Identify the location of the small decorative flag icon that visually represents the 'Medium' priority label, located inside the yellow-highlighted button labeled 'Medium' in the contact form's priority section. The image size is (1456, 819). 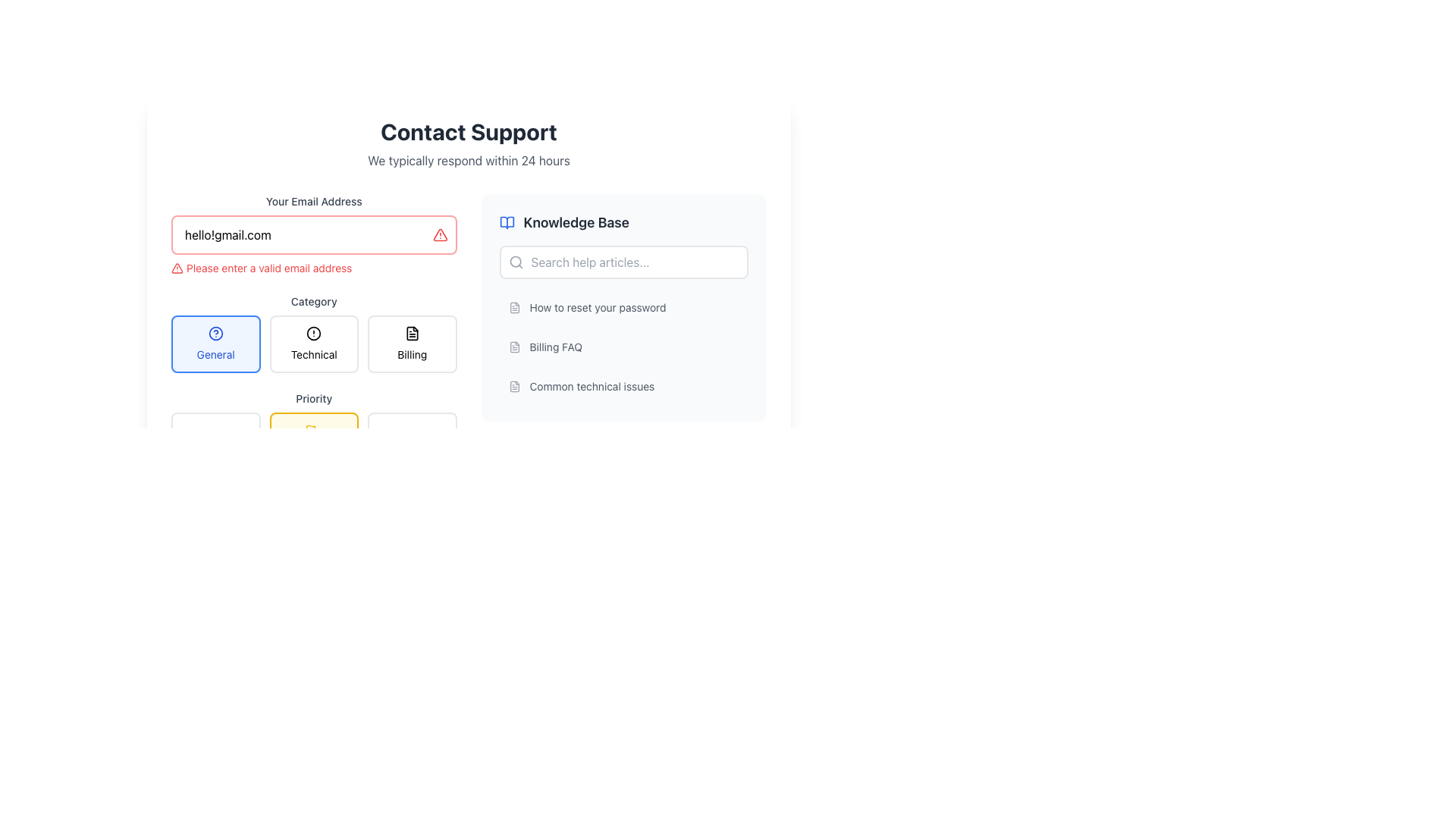
(310, 430).